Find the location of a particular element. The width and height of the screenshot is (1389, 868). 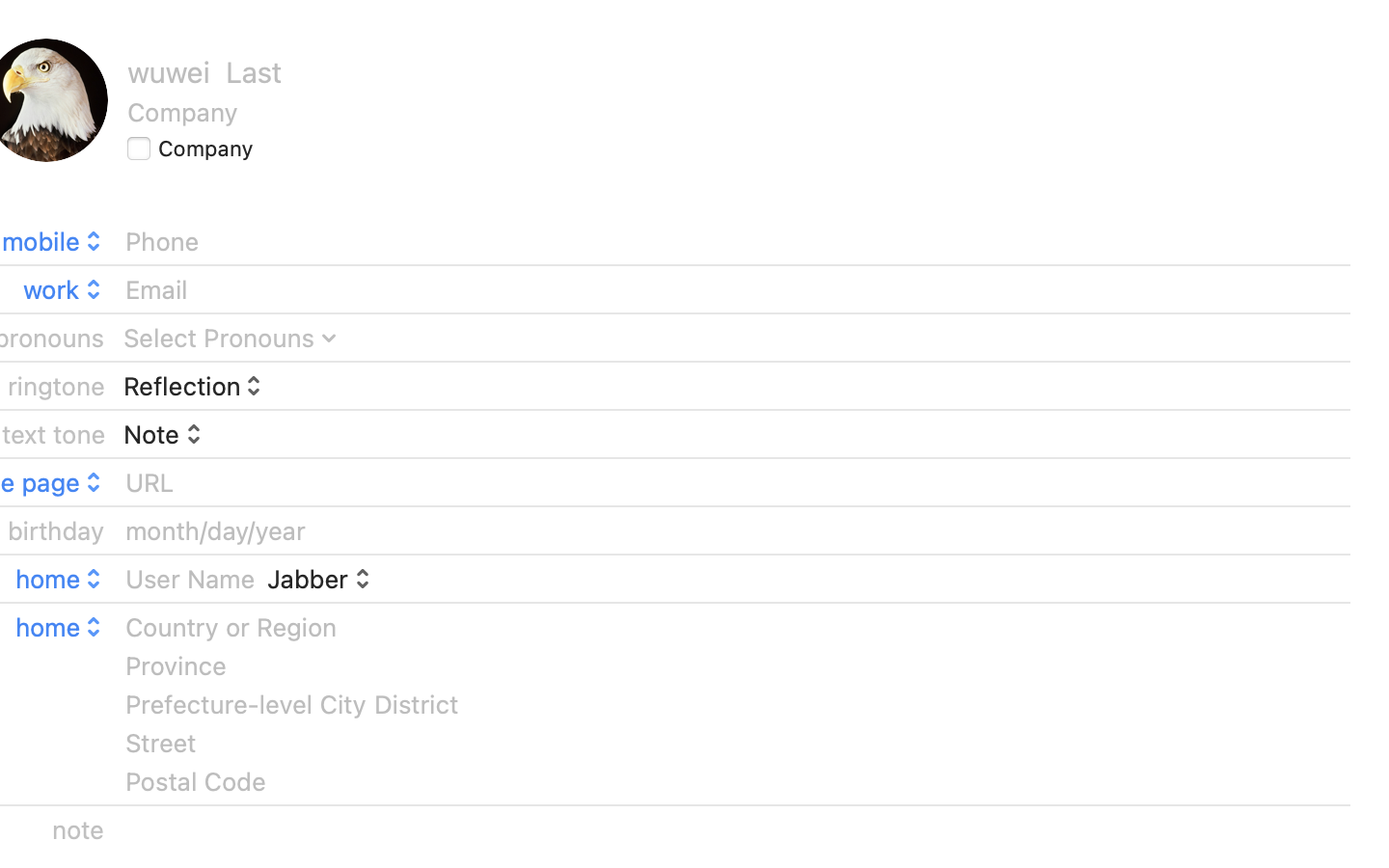

'work' is located at coordinates (64, 287).